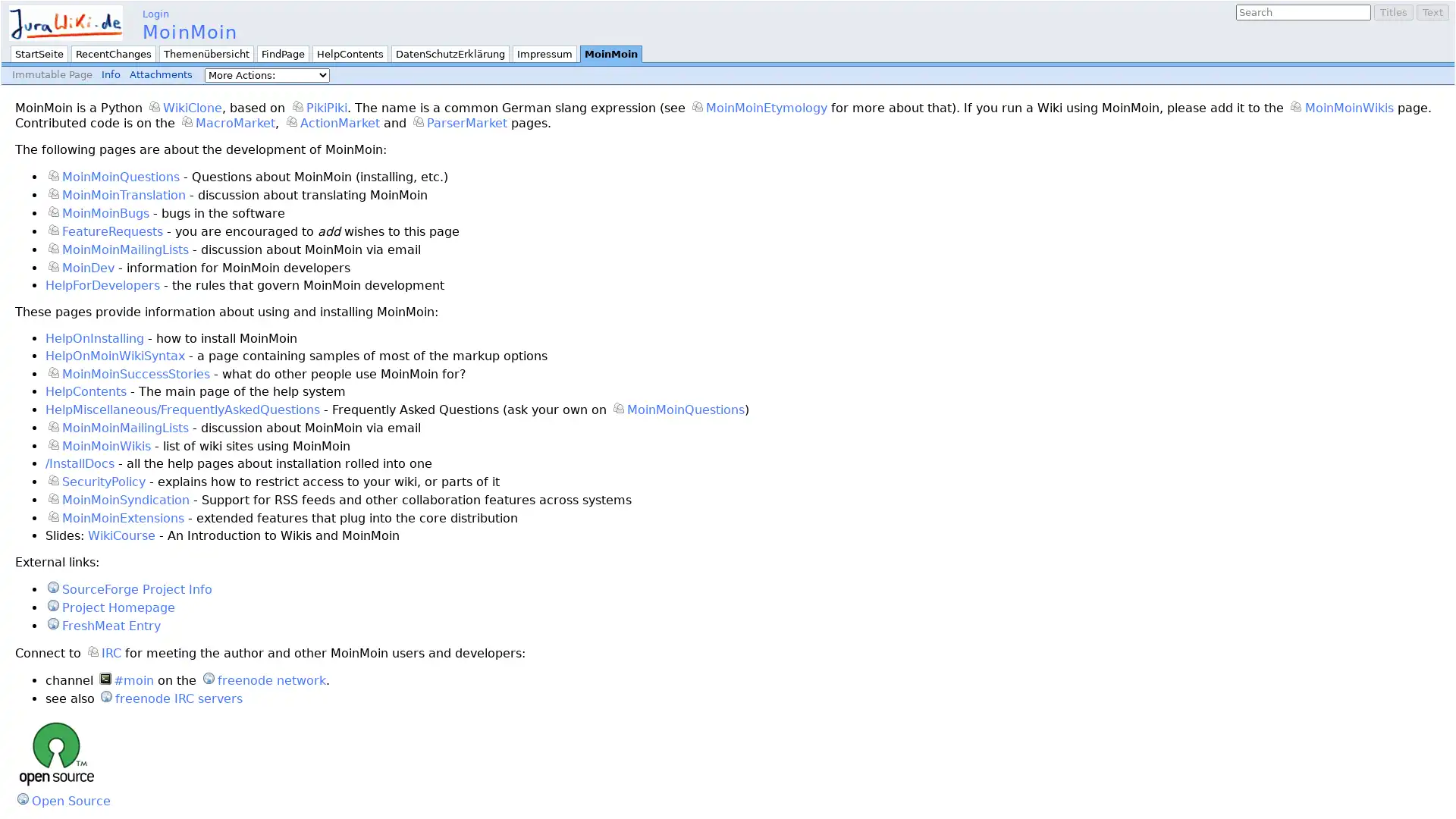  I want to click on Titles, so click(1394, 12).